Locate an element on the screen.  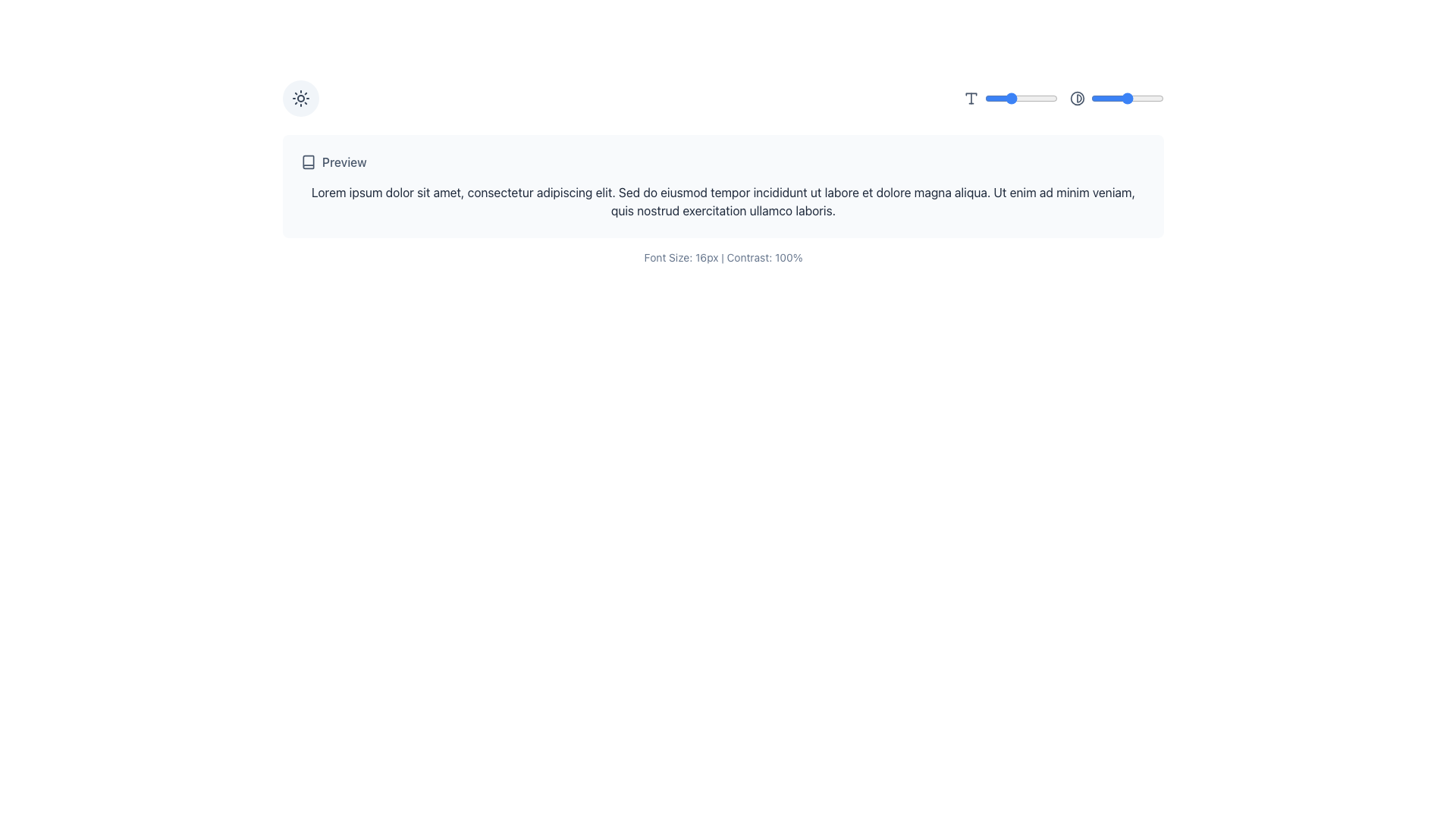
the 'eye' icon located in the upper right corner of the UI is located at coordinates (1150, 102).